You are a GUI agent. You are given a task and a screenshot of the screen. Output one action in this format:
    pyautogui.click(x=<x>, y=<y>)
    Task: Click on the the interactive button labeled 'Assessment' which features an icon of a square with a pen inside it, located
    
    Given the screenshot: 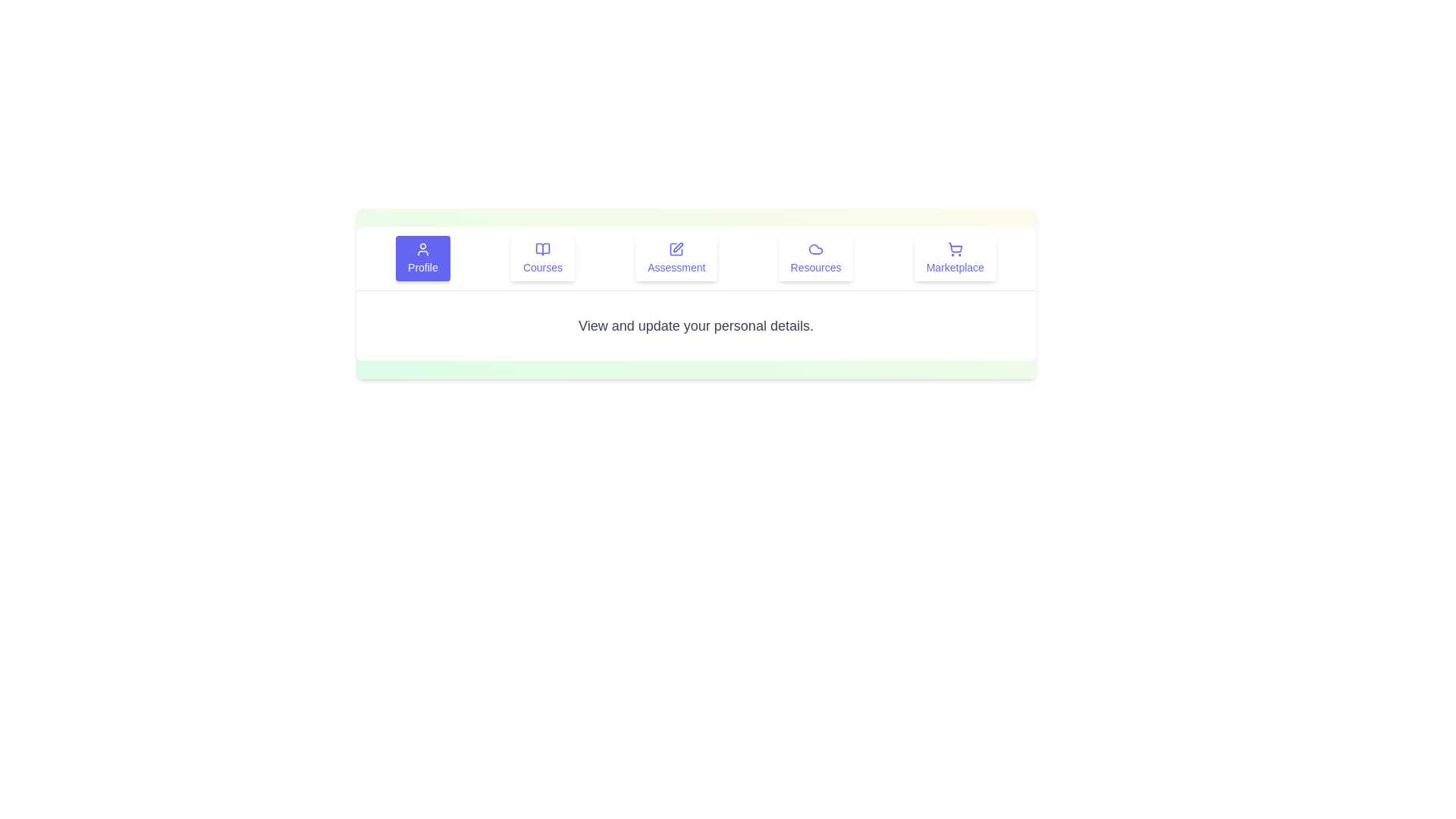 What is the action you would take?
    pyautogui.click(x=676, y=257)
    